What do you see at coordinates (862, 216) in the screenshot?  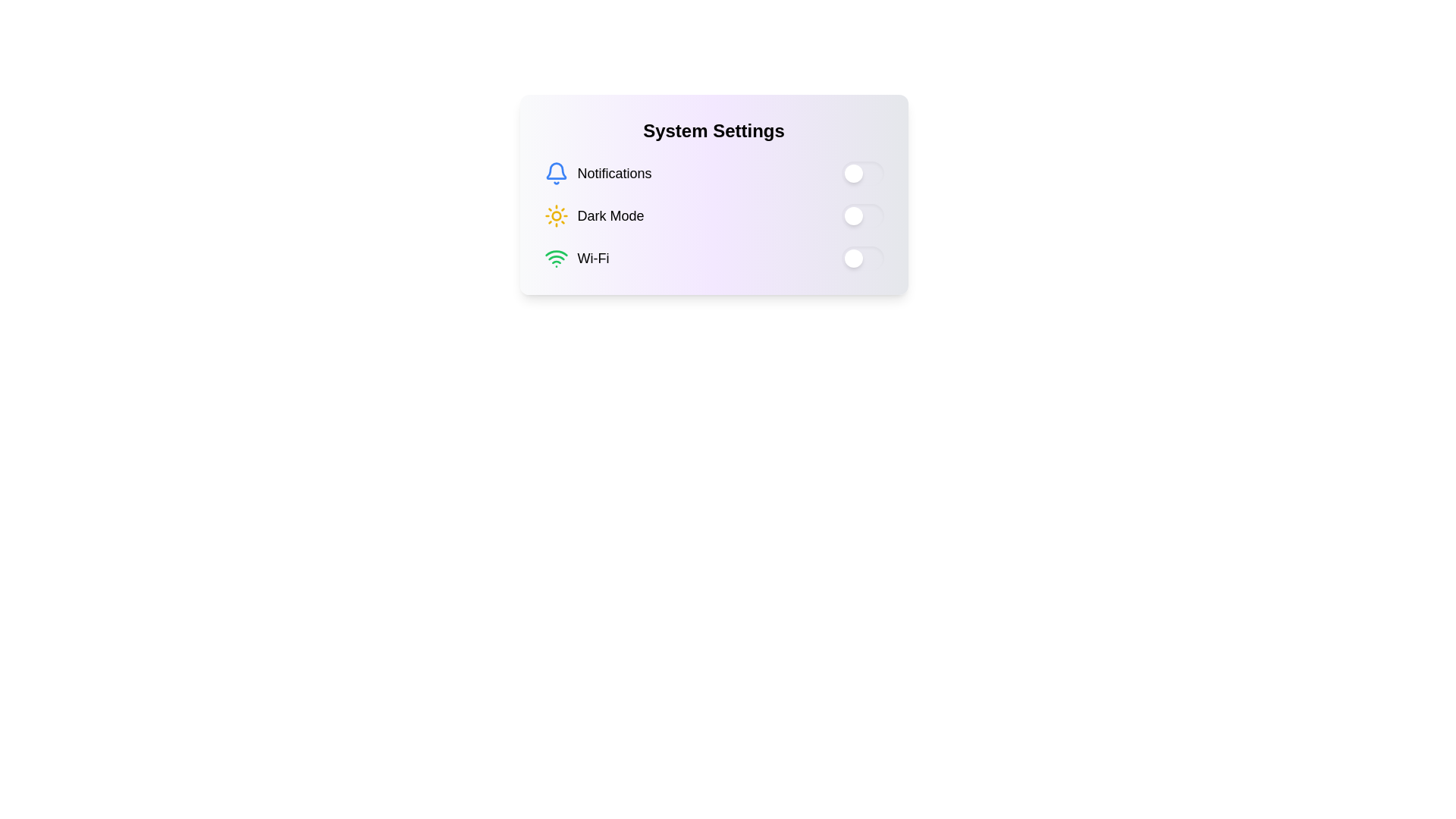 I see `the toggle switch located in the right section of the 'Dark Mode' row in the 'System Settings' panel` at bounding box center [862, 216].